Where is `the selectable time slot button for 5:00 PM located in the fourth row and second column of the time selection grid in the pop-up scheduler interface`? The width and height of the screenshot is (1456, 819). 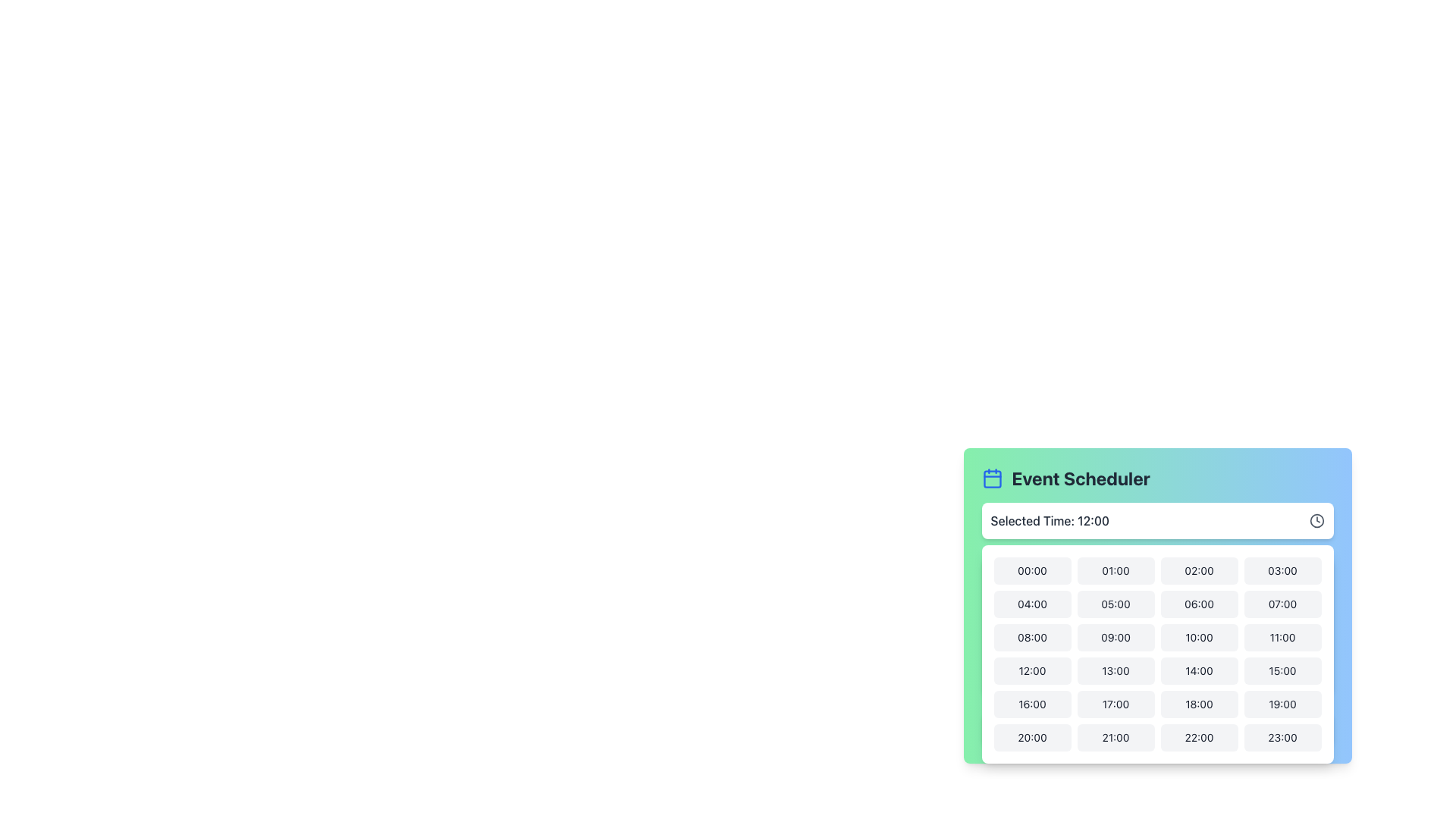
the selectable time slot button for 5:00 PM located in the fourth row and second column of the time selection grid in the pop-up scheduler interface is located at coordinates (1116, 704).